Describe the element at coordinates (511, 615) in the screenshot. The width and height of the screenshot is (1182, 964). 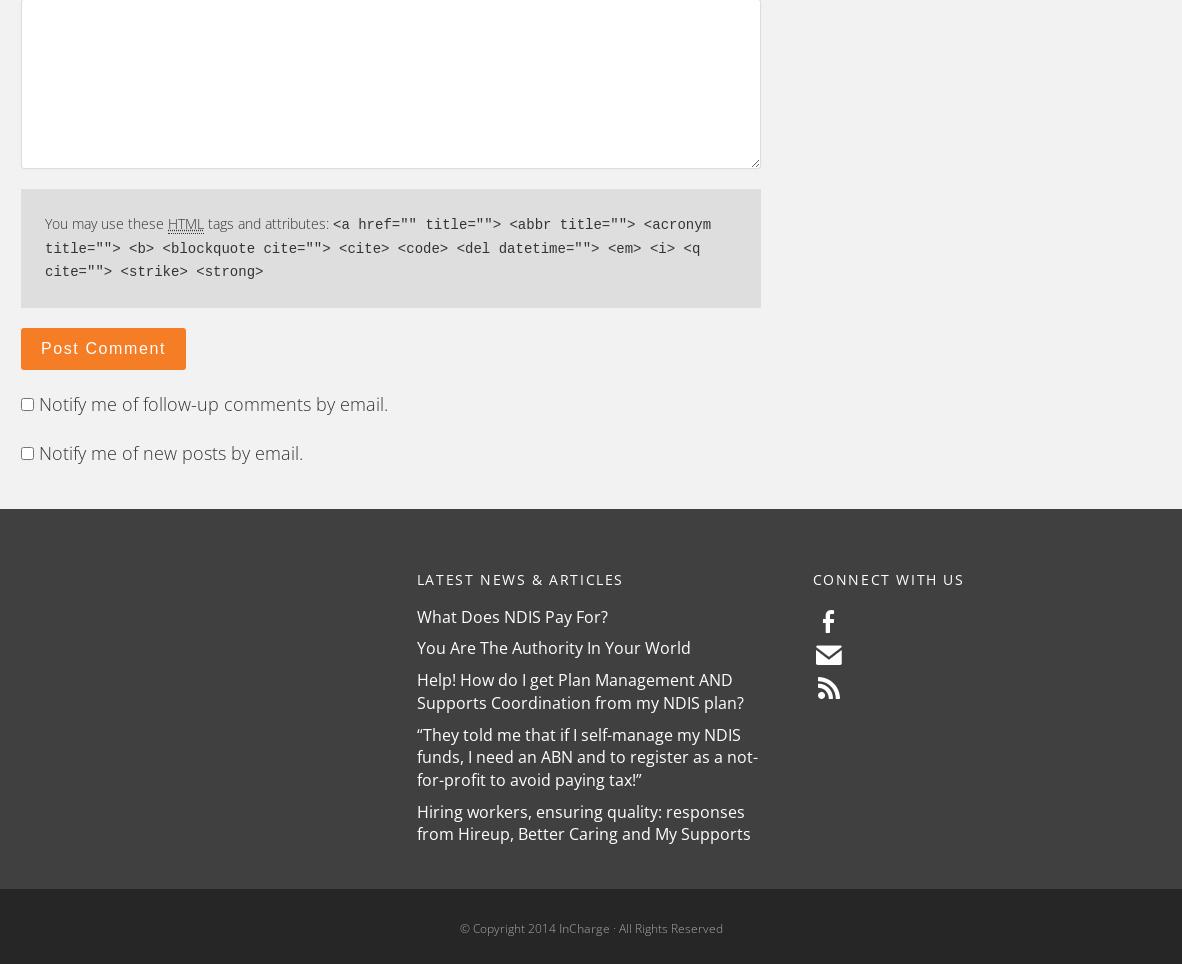
I see `'What Does NDIS Pay For?'` at that location.